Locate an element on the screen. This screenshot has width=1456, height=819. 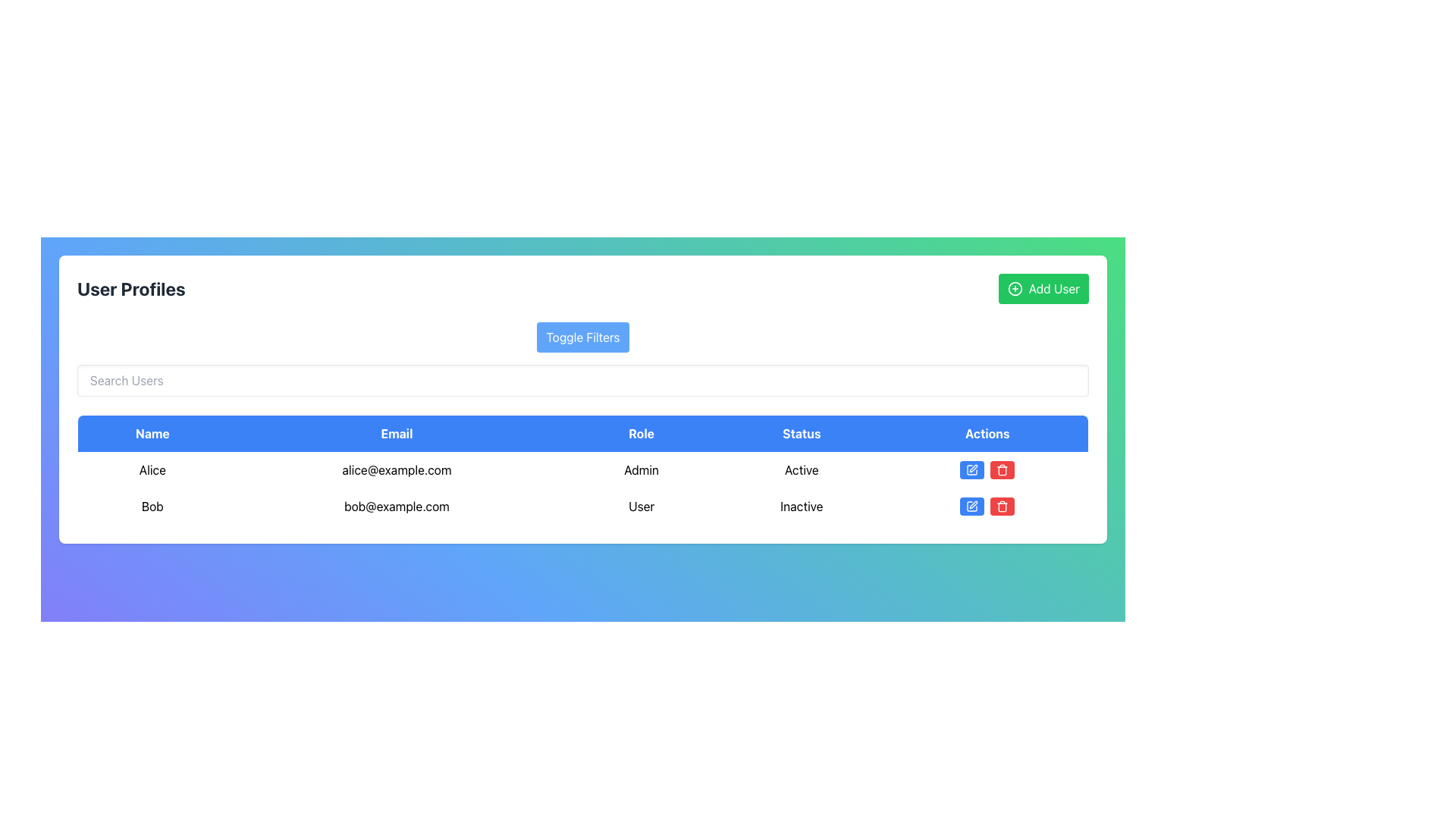
the 'Name' column header label in the table, which serves as the identifier for user names is located at coordinates (152, 433).